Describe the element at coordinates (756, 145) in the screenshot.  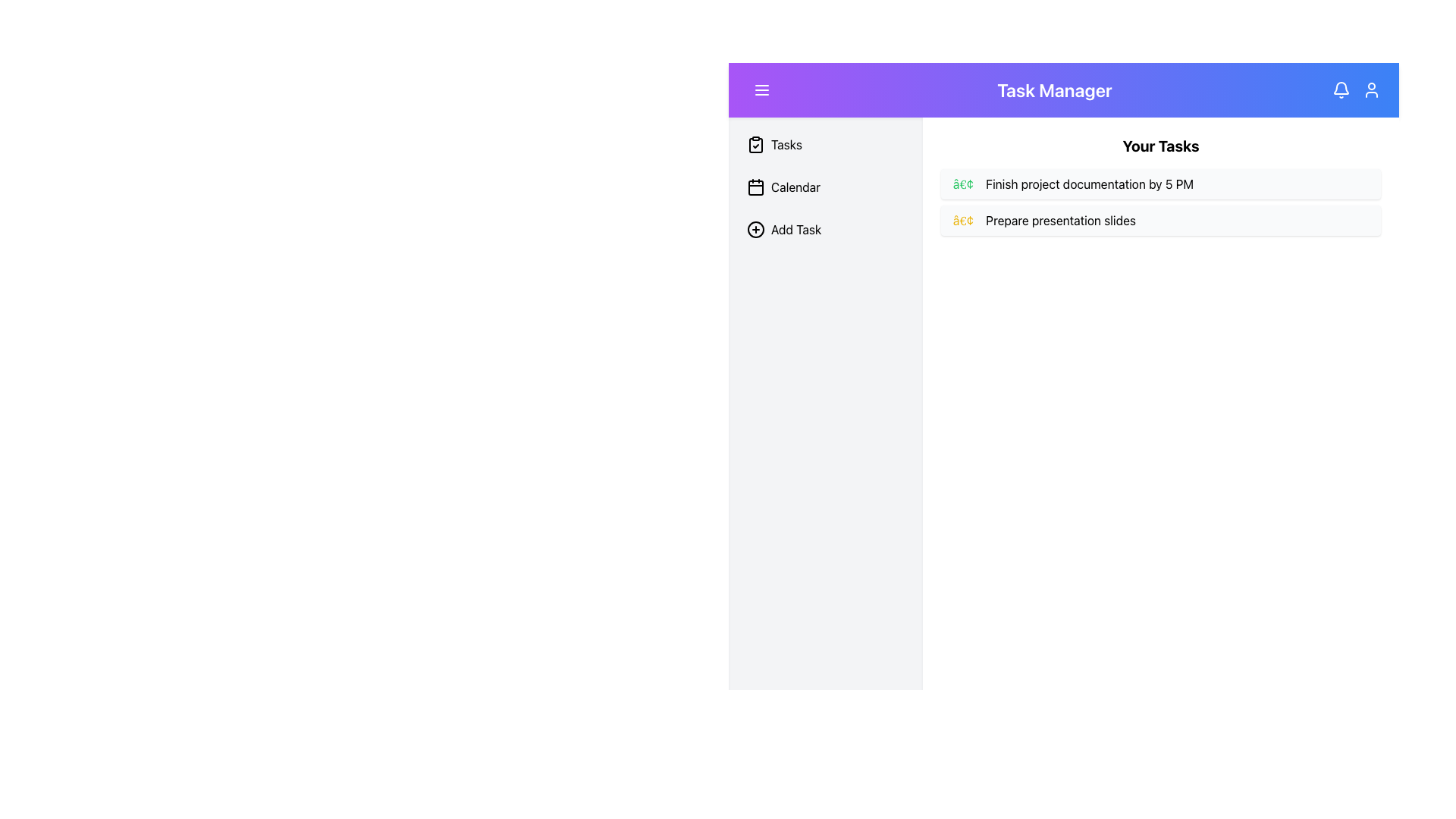
I see `the clipboard icon with a check mark at the center, located at the top of the vertical navigation menu next to the 'Tasks' label` at that location.